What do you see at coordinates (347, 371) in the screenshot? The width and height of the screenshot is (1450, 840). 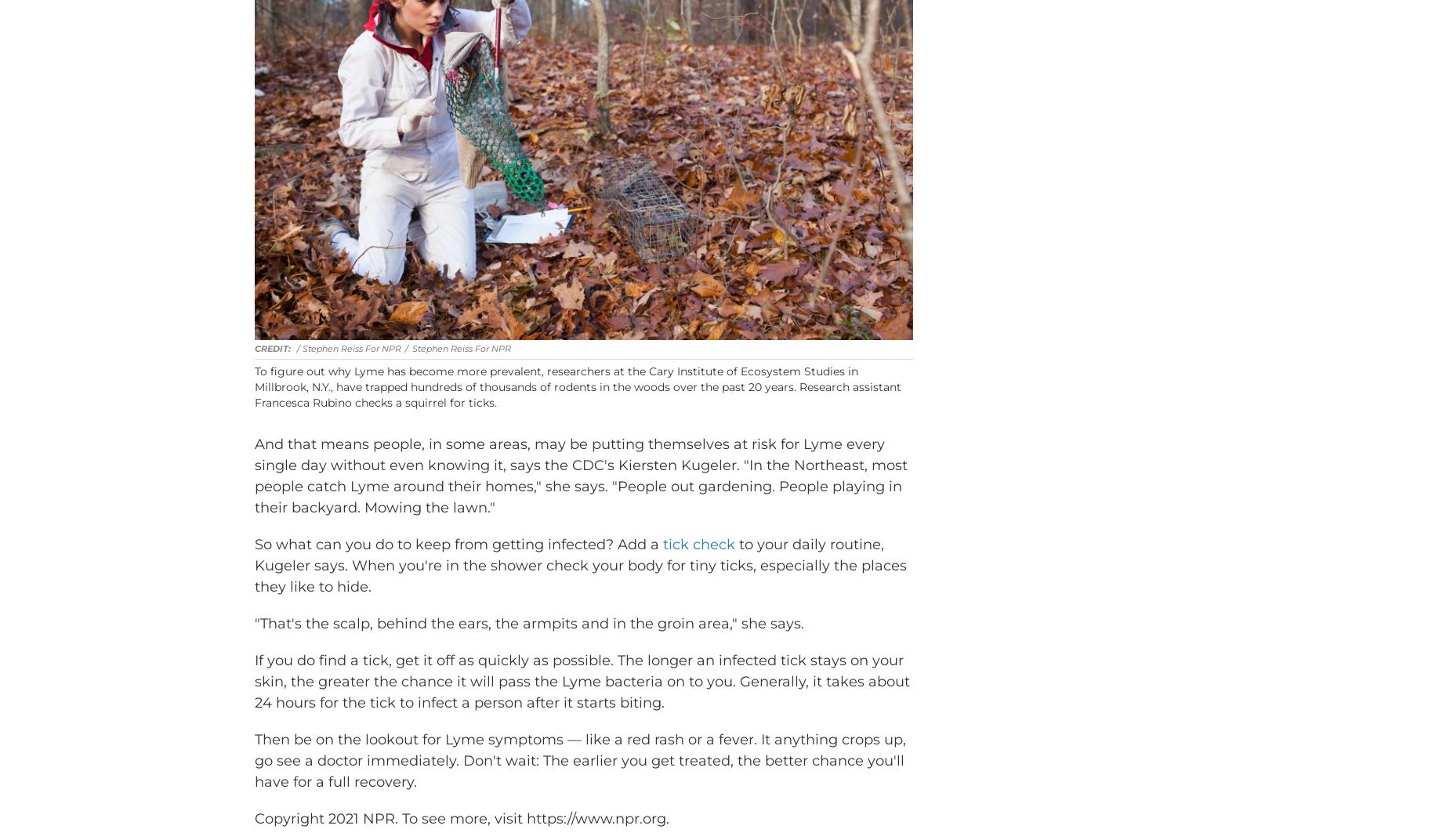 I see `'/ Stephen Reiss for NPR'` at bounding box center [347, 371].